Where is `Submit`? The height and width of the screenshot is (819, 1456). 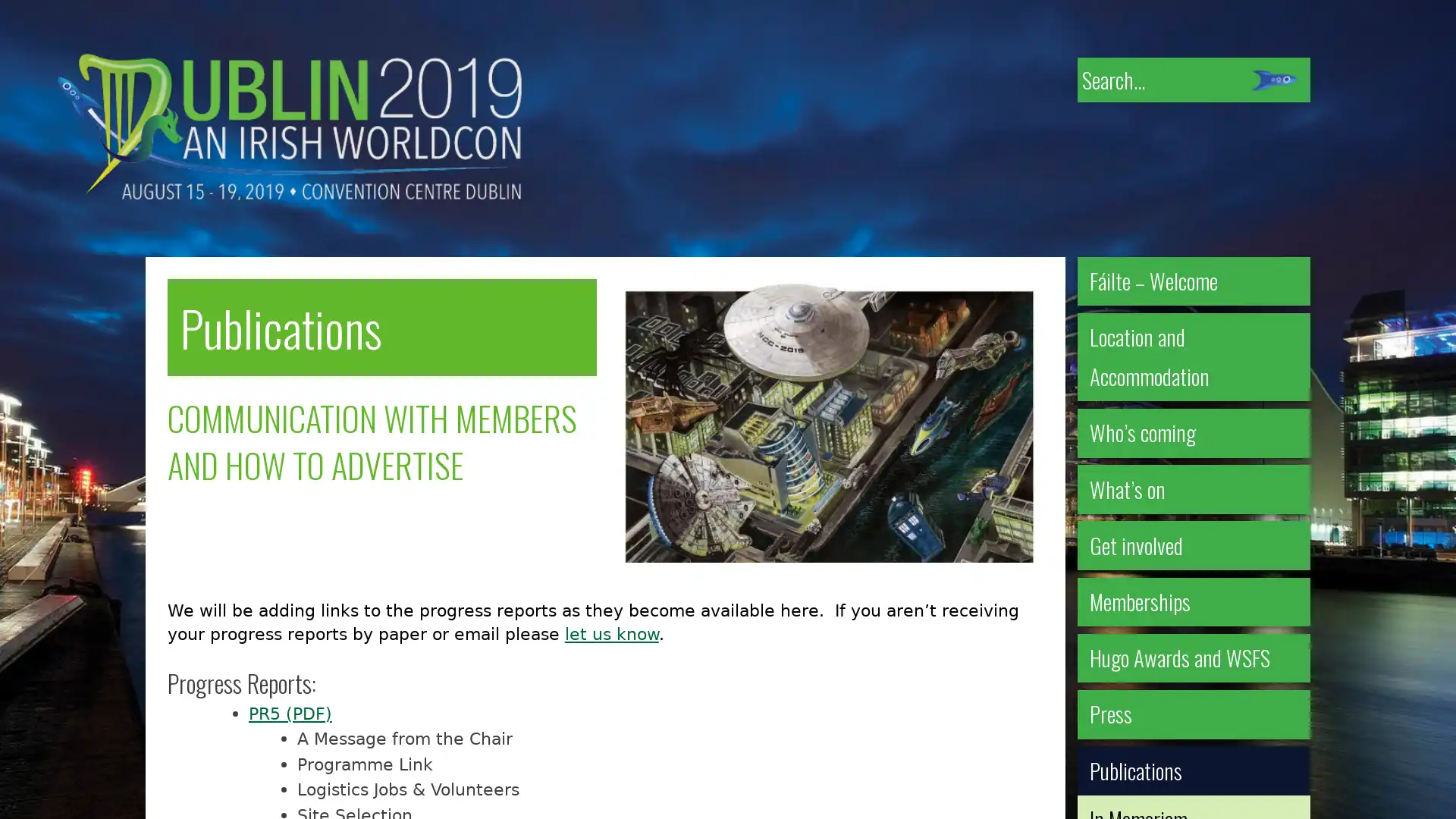 Submit is located at coordinates (1274, 80).